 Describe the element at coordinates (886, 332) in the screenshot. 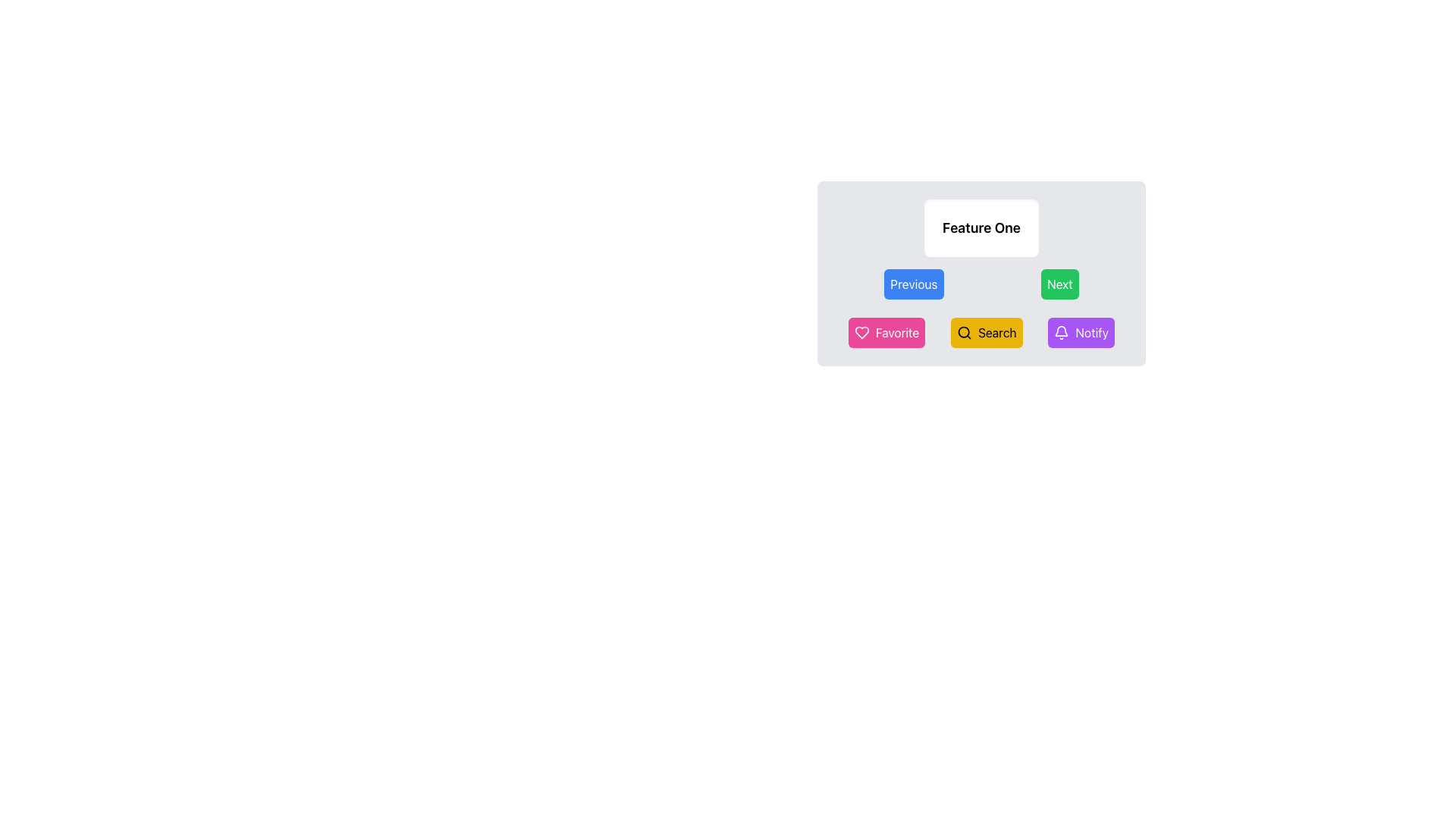

I see `the 'Favorite' button located on the left side of the three horizontal buttons under the 'Feature One' heading to mark the item as favorite` at that location.